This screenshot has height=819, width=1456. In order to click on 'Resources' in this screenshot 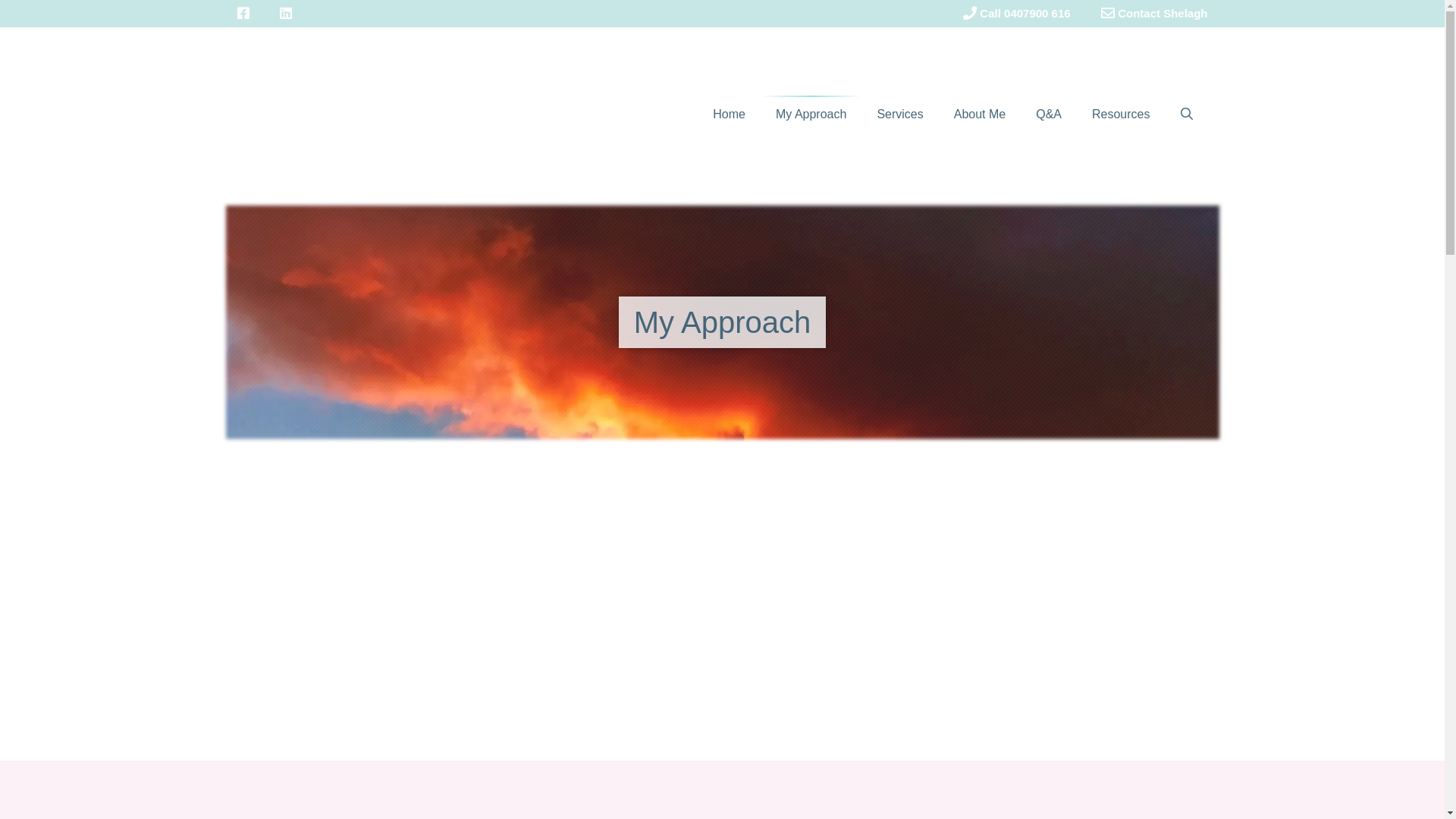, I will do `click(1076, 113)`.